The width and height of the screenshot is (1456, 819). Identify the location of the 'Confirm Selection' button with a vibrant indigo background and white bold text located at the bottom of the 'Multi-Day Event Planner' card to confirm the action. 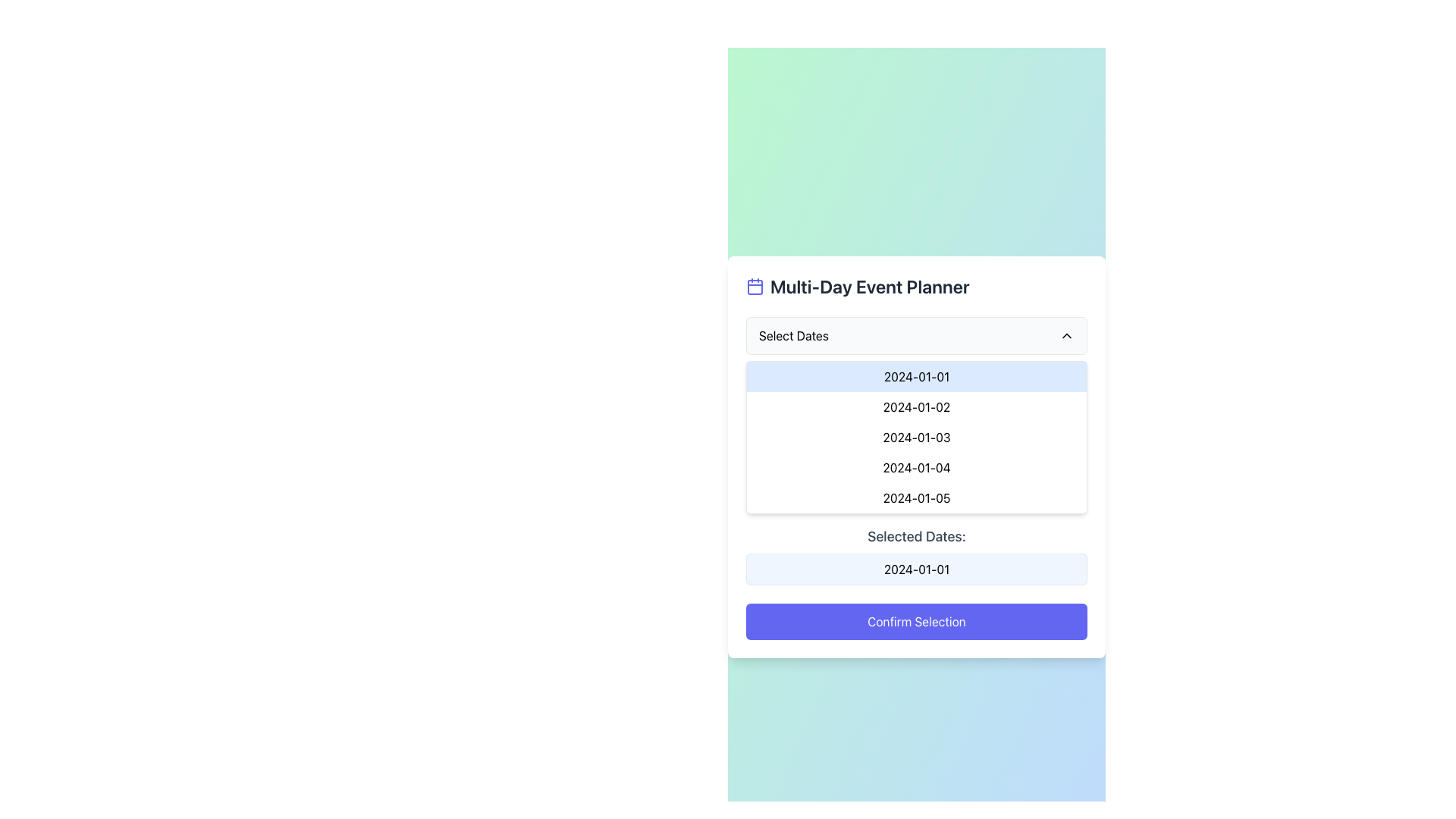
(916, 622).